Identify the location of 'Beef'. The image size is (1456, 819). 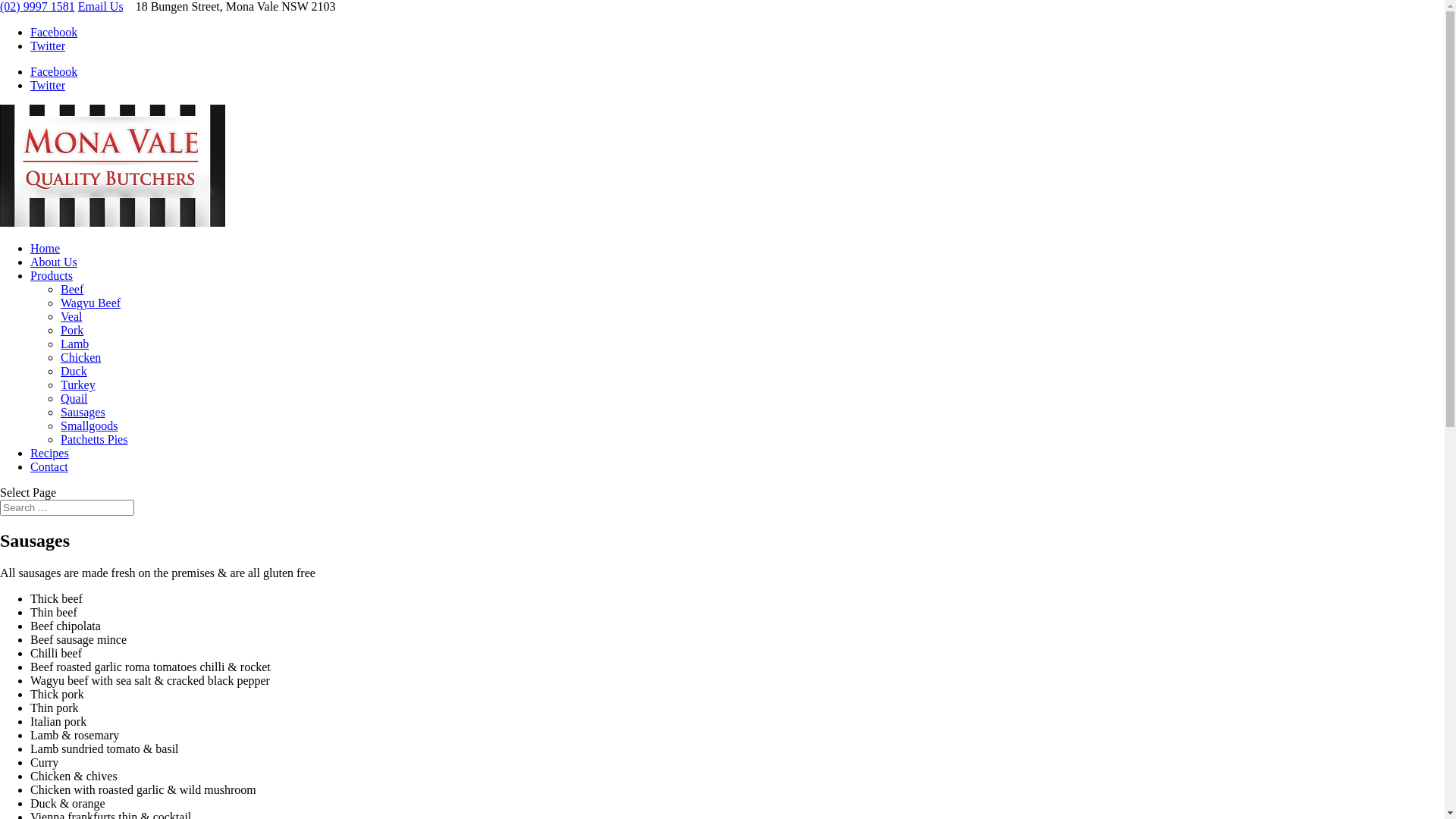
(71, 289).